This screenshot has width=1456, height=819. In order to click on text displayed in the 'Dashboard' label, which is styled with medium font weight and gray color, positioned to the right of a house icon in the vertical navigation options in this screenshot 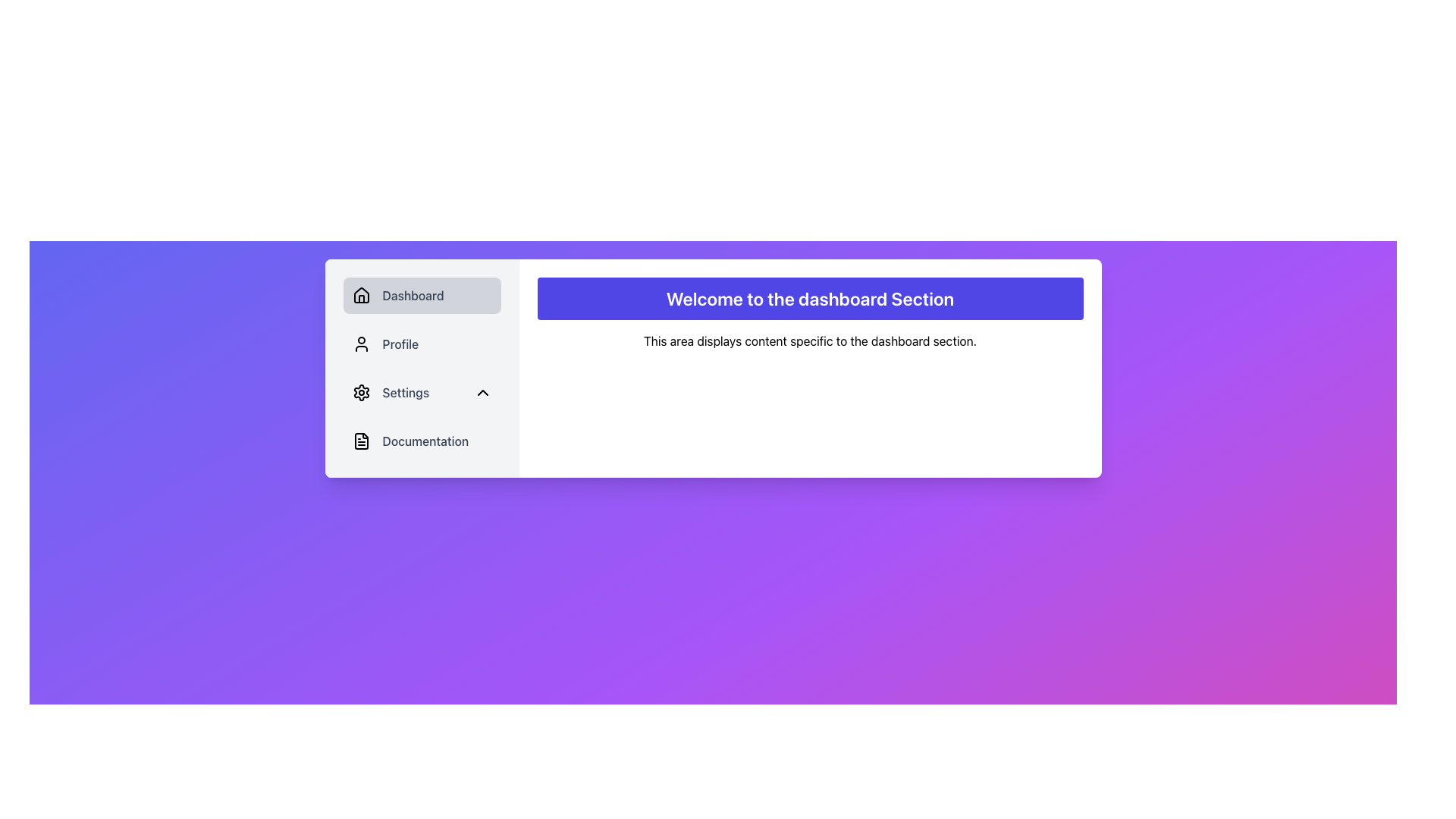, I will do `click(413, 295)`.